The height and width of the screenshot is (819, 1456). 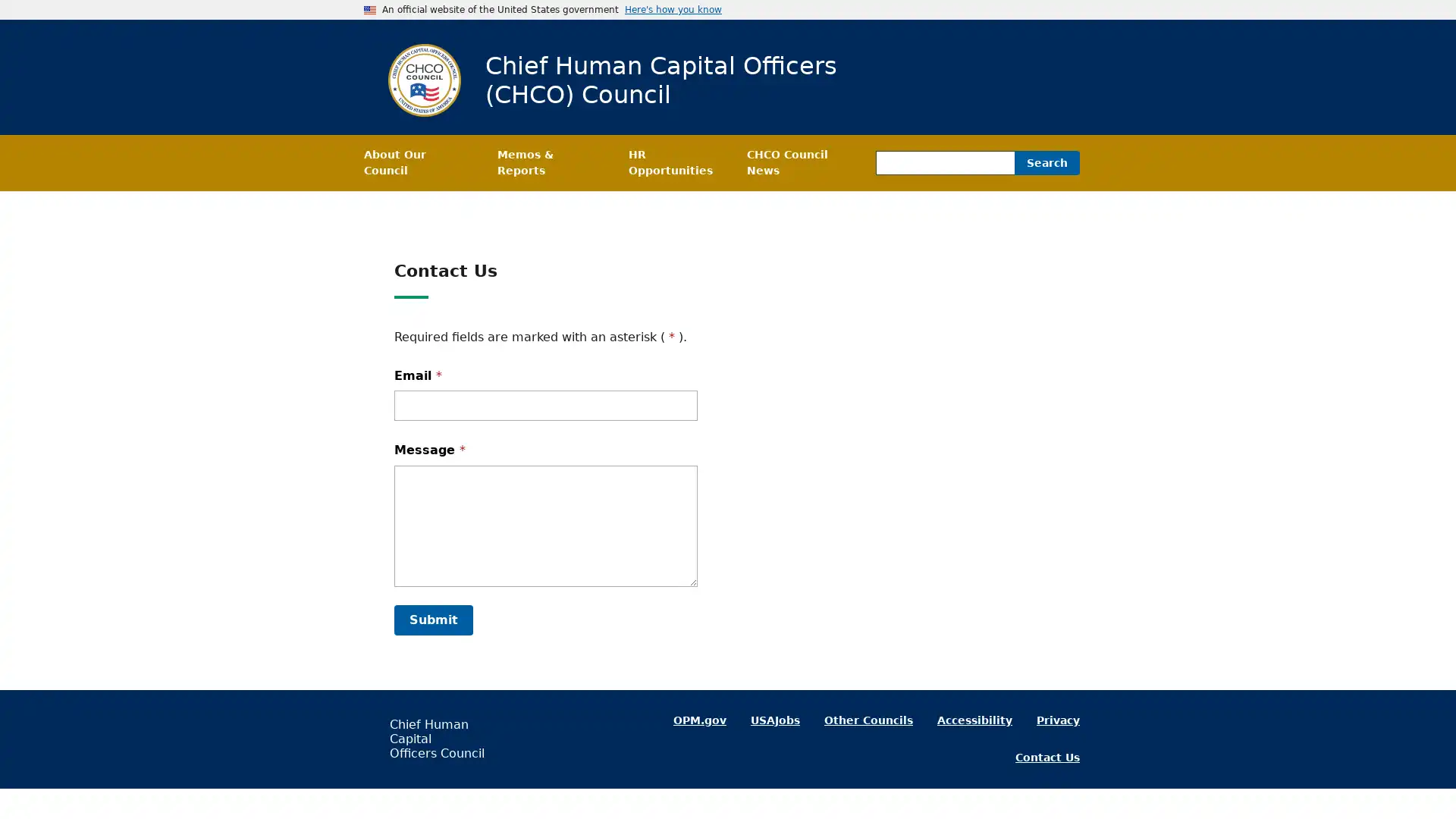 I want to click on Memos & Reports, so click(x=549, y=163).